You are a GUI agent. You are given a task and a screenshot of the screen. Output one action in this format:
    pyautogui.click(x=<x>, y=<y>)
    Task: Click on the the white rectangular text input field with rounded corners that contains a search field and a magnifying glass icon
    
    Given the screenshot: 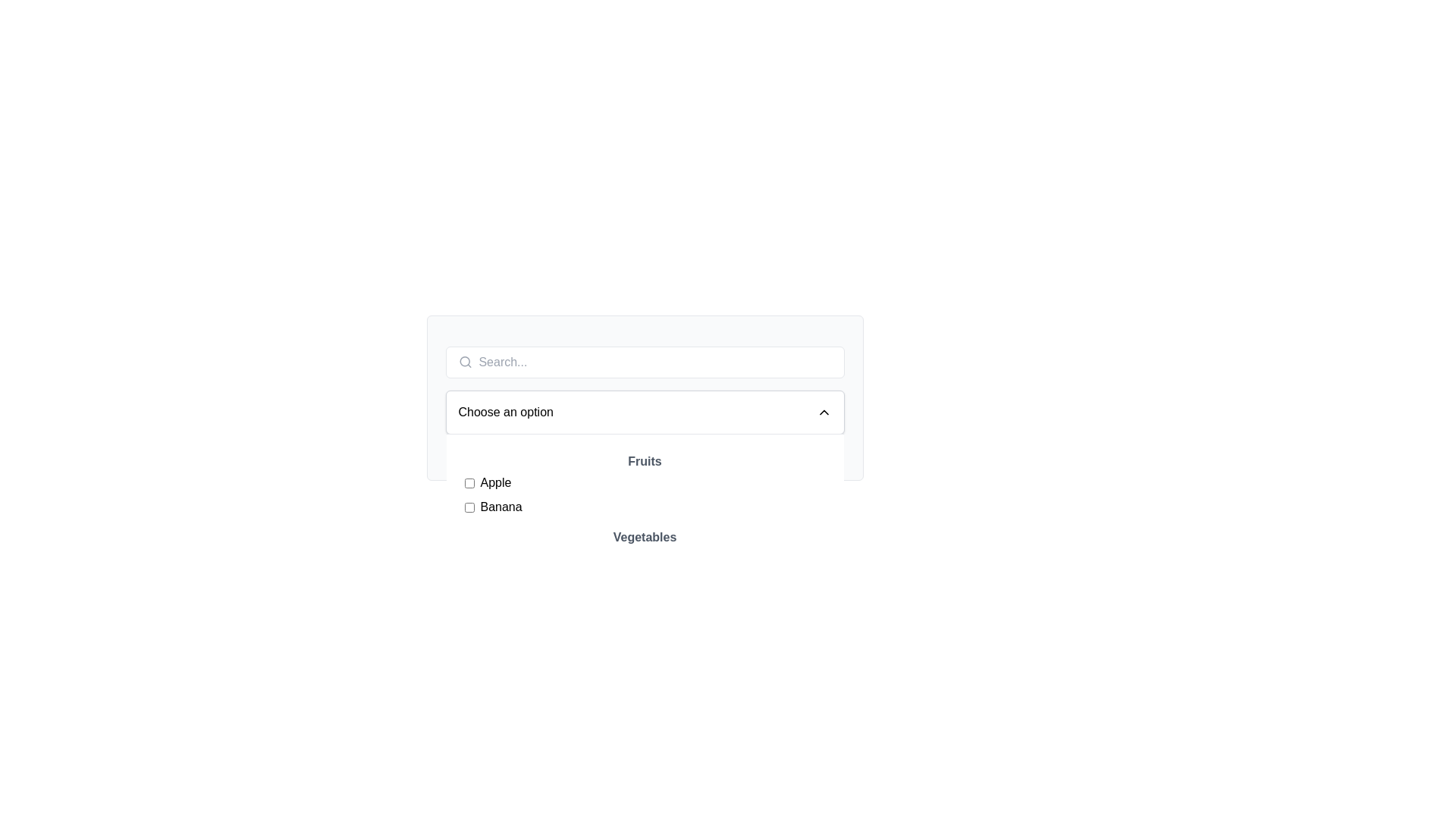 What is the action you would take?
    pyautogui.click(x=645, y=362)
    